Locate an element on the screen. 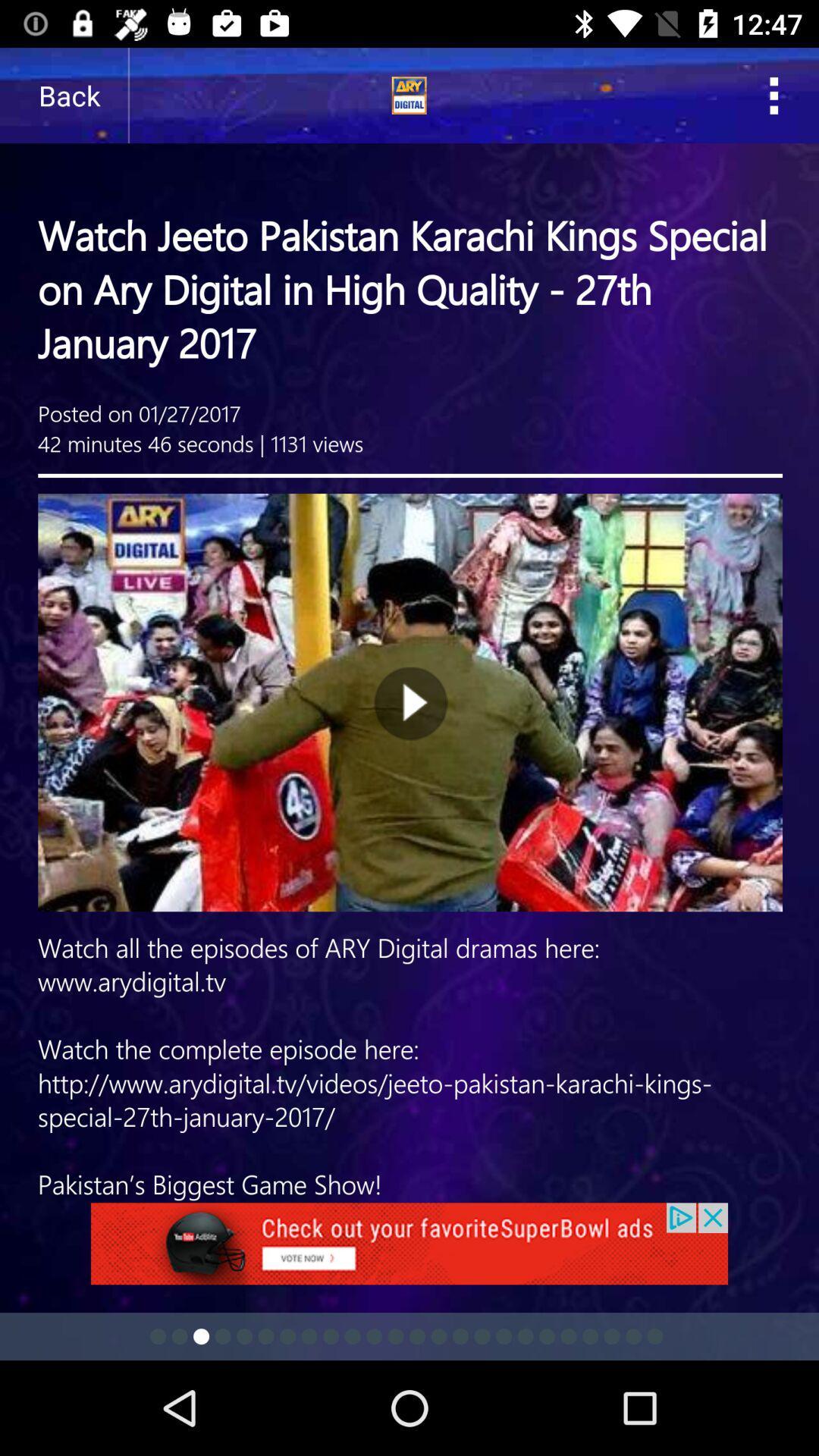 The height and width of the screenshot is (1456, 819). vedio page is located at coordinates (409, 625).